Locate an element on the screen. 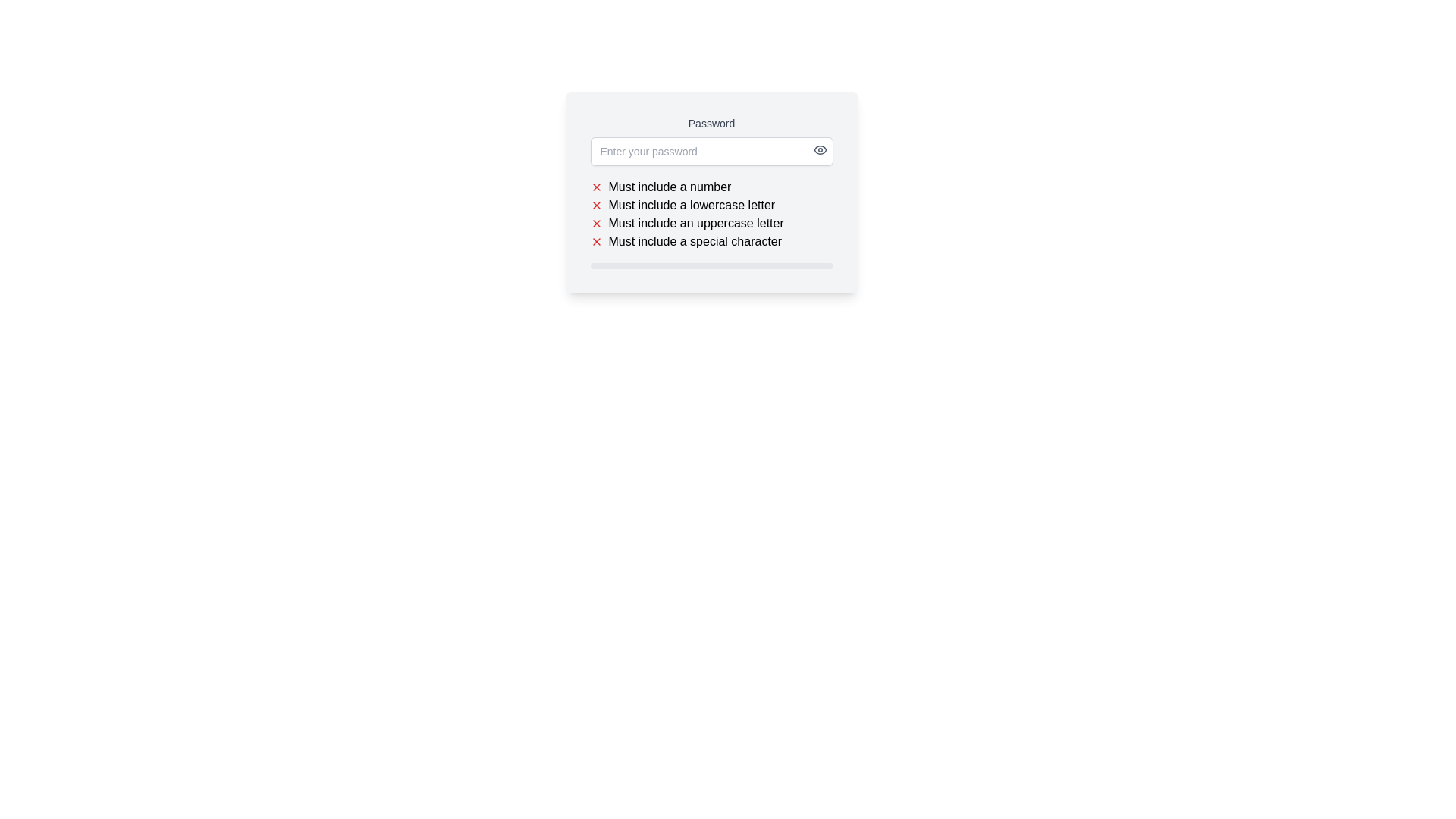  the visual status indicator text label that communicates the requirement for at least one special character in the password, located below the 'Must include an uppercase letter' requirement is located at coordinates (711, 241).